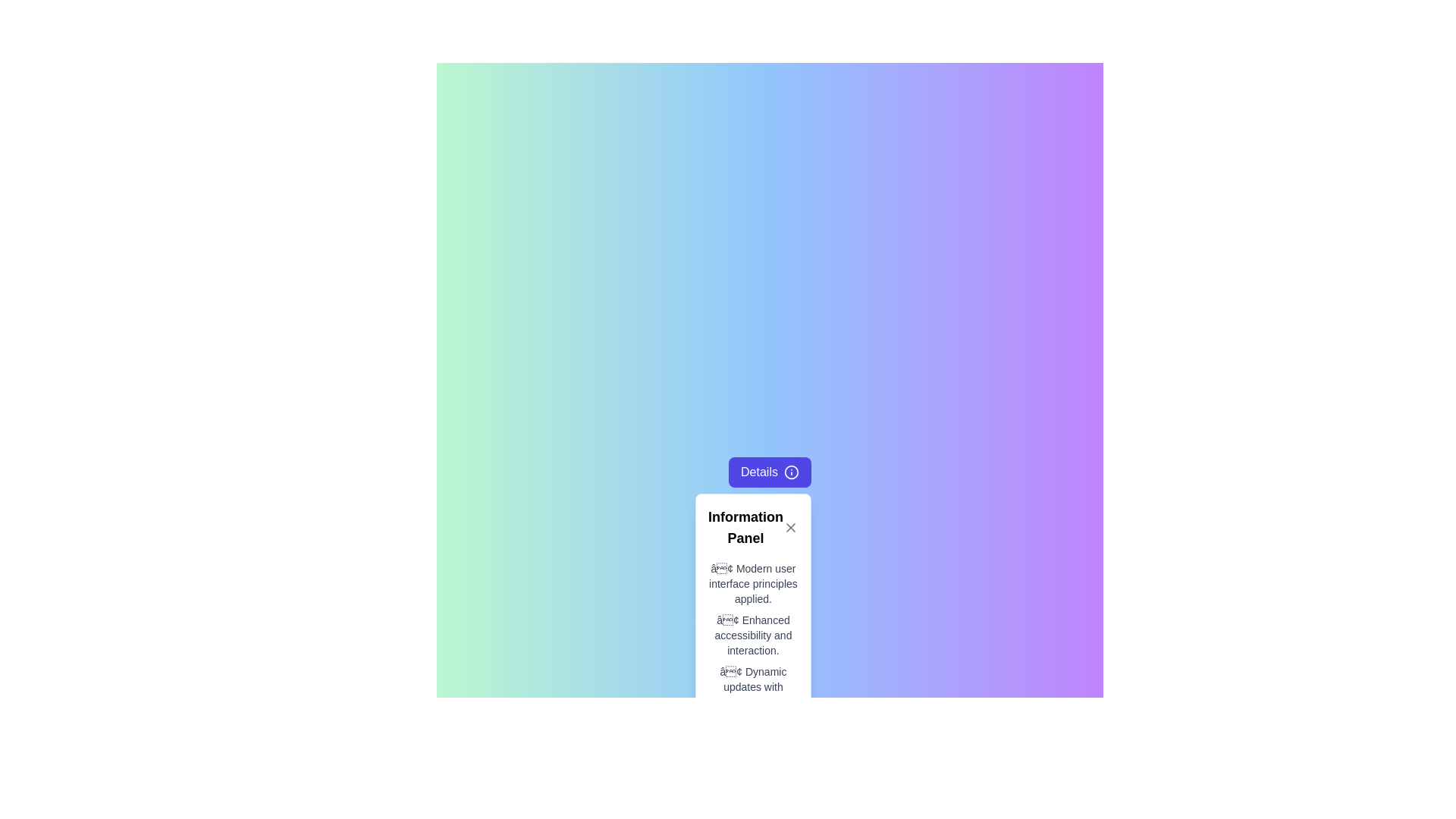 This screenshot has height=819, width=1456. I want to click on the details within the Informational Panel which displays features such as 'Modern user interface principles applied' and 'Enhanced accessibility and interaction', so click(753, 607).